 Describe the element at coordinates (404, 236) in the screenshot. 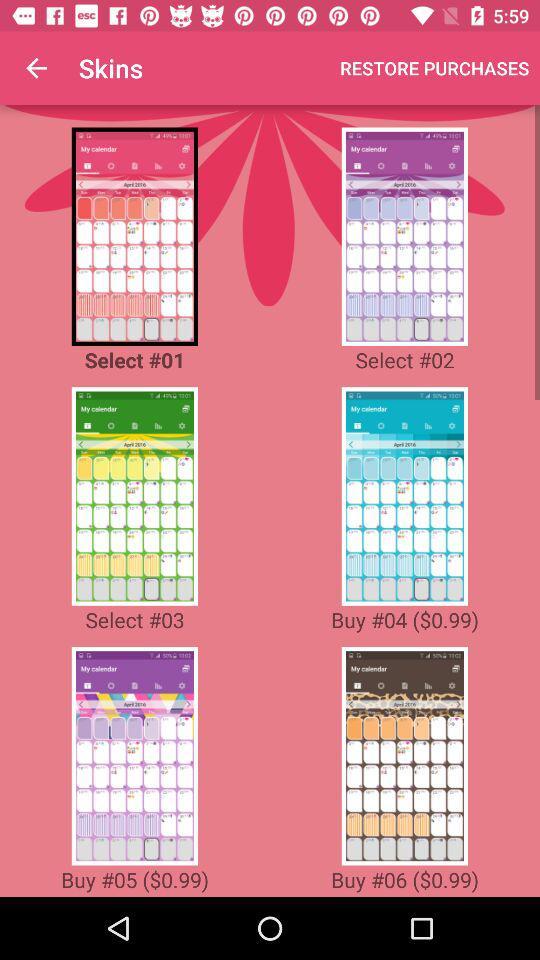

I see `theme selection` at that location.